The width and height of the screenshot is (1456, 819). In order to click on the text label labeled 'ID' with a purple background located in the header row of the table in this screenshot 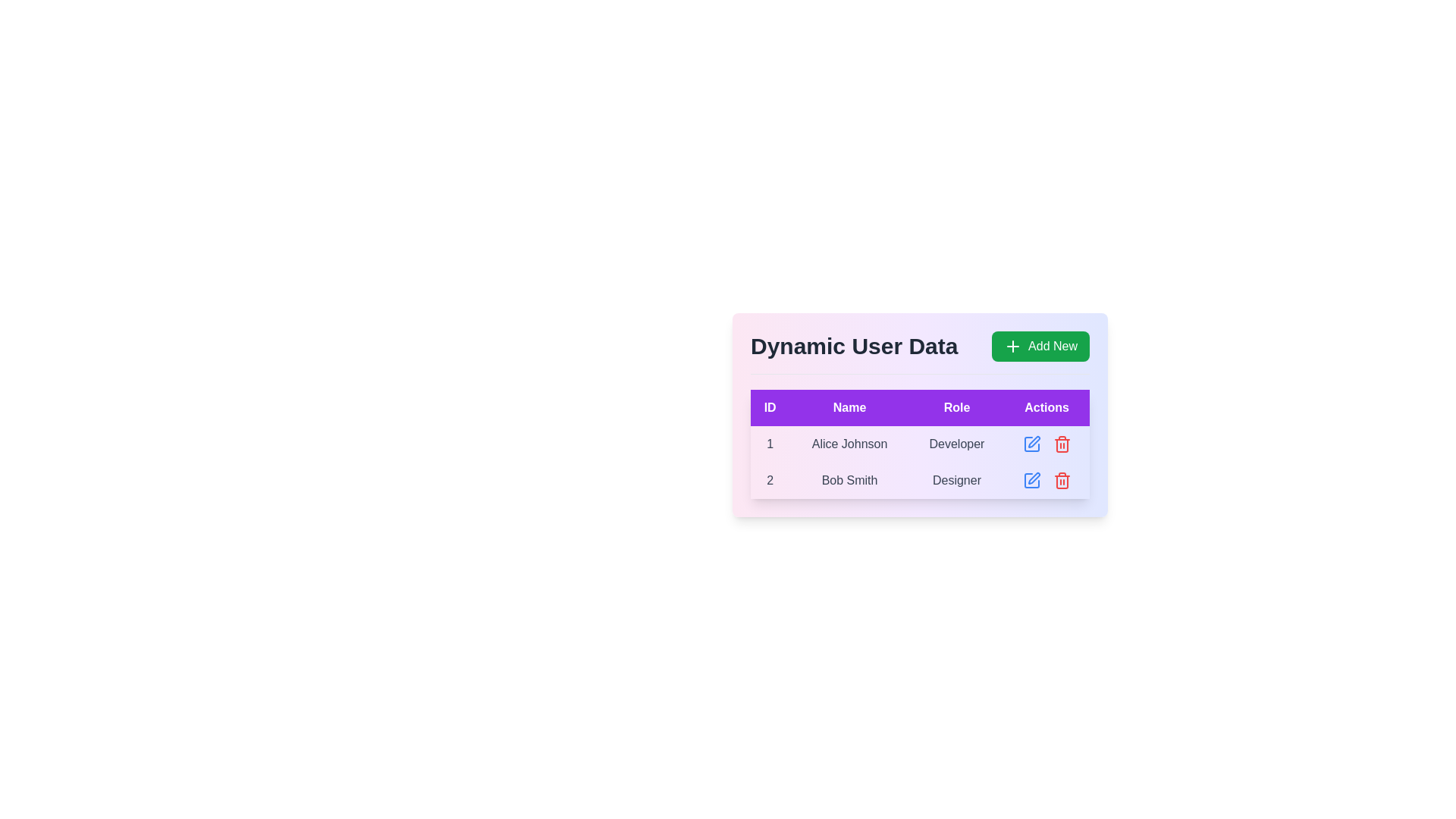, I will do `click(770, 406)`.